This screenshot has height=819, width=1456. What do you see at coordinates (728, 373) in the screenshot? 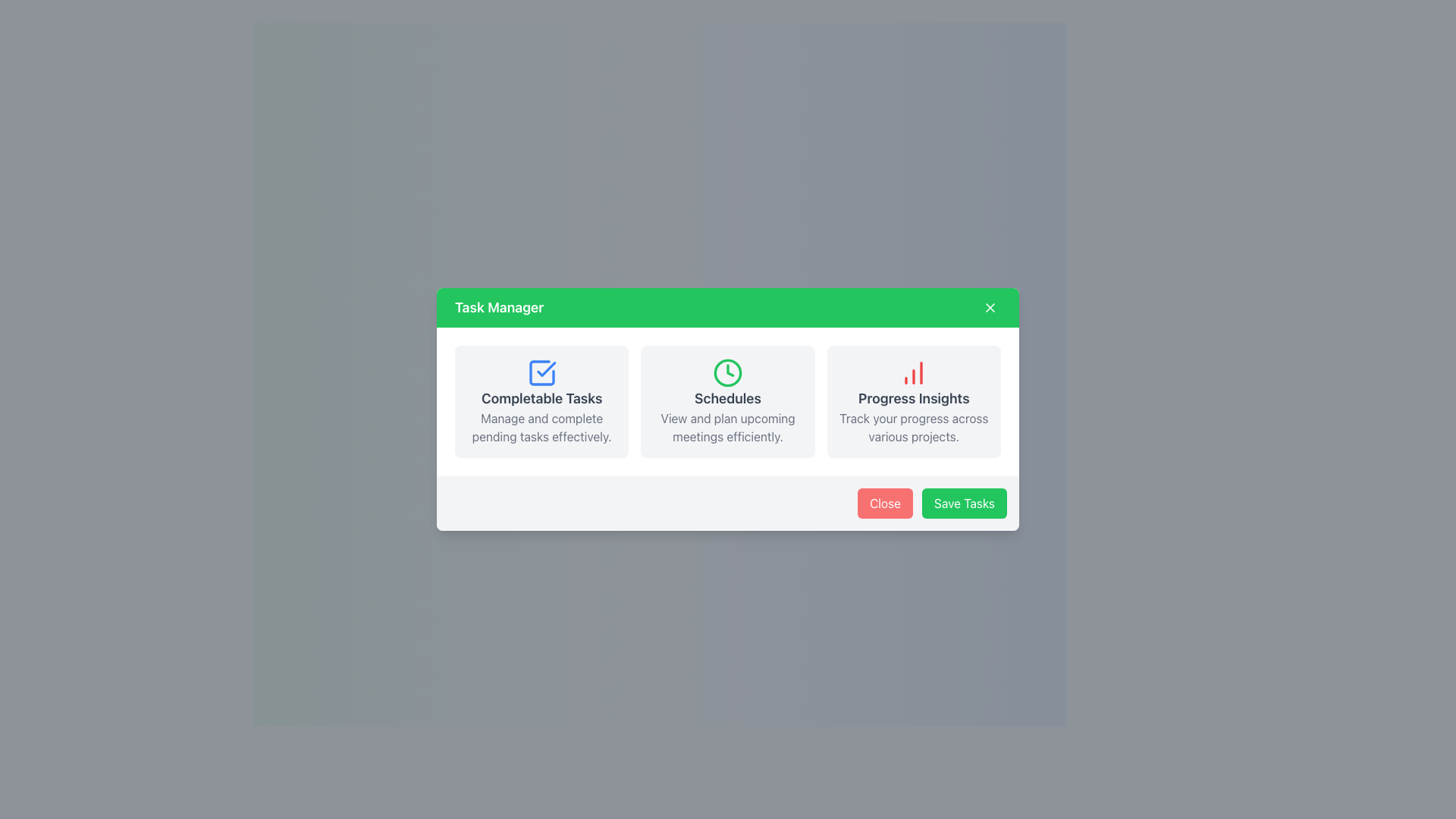
I see `the circular boundary of the clock icon located in the middle section of the 'Schedules' panel in the Task Manager dialog` at bounding box center [728, 373].